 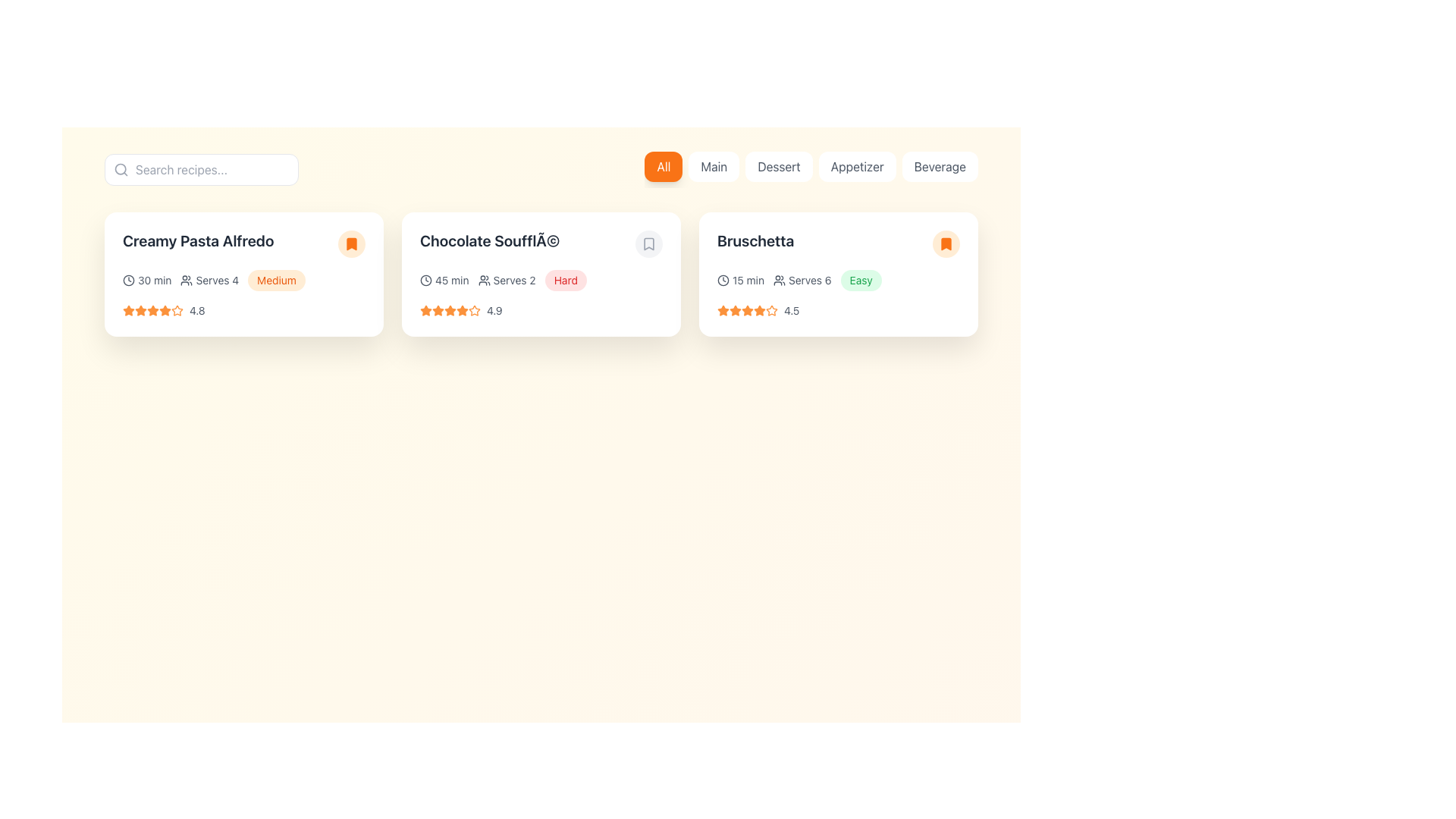 I want to click on the text label displaying 'Serves 2', so click(x=514, y=281).